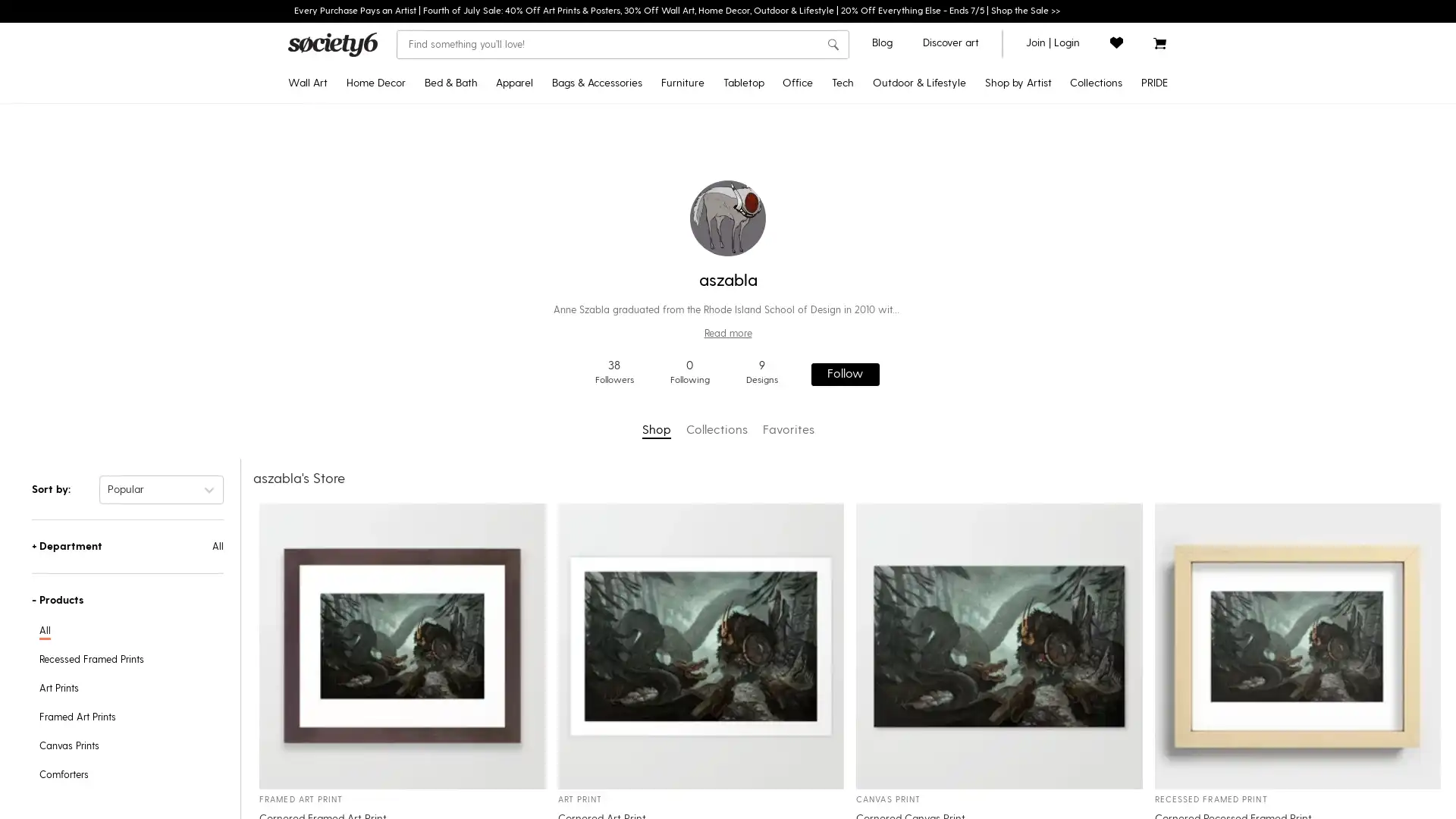 This screenshot has width=1456, height=819. What do you see at coordinates (939, 317) in the screenshot?
I see `Can Coolers` at bounding box center [939, 317].